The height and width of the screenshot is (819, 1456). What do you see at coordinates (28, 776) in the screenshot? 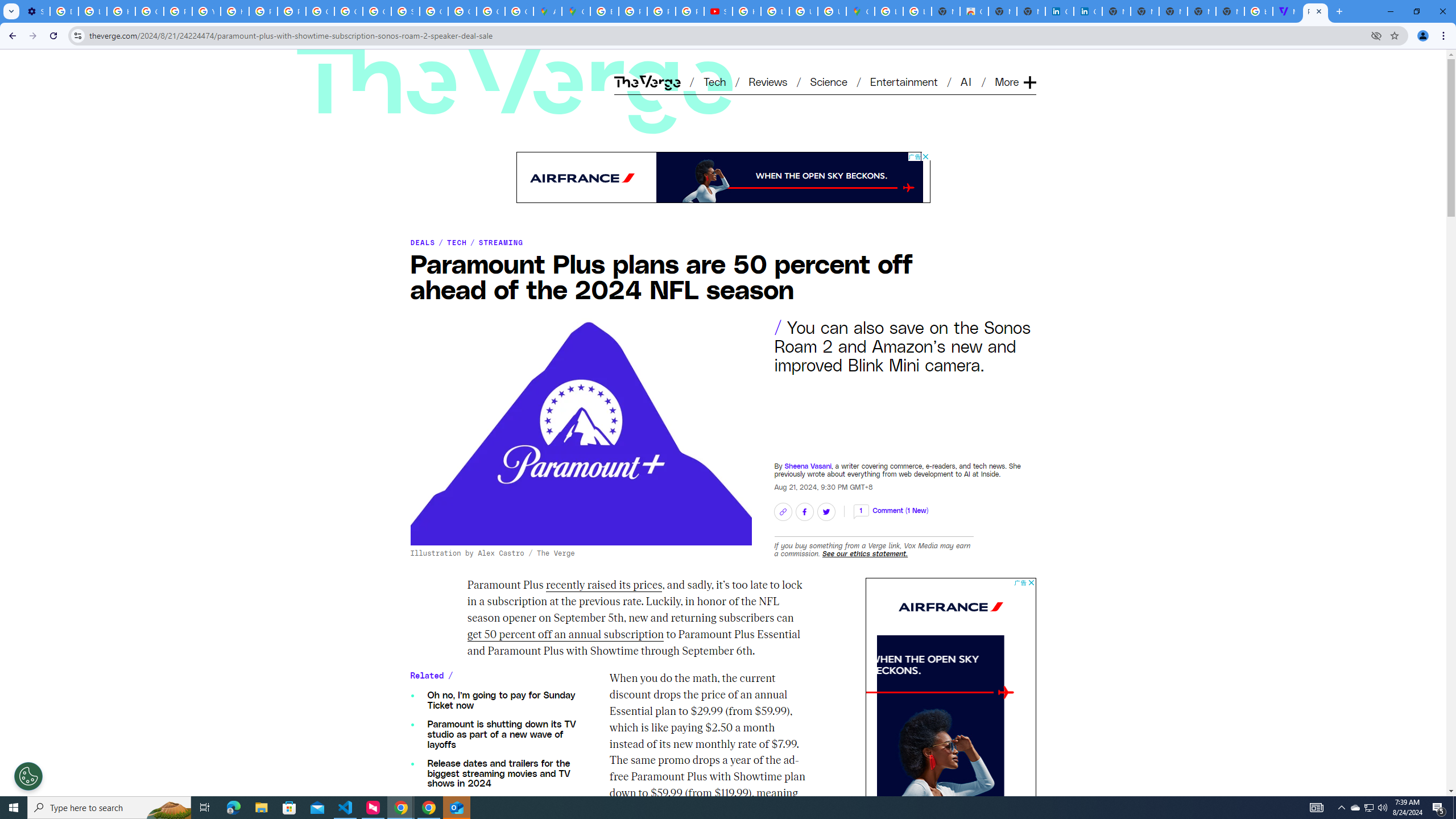
I see `'Open Preferences'` at bounding box center [28, 776].